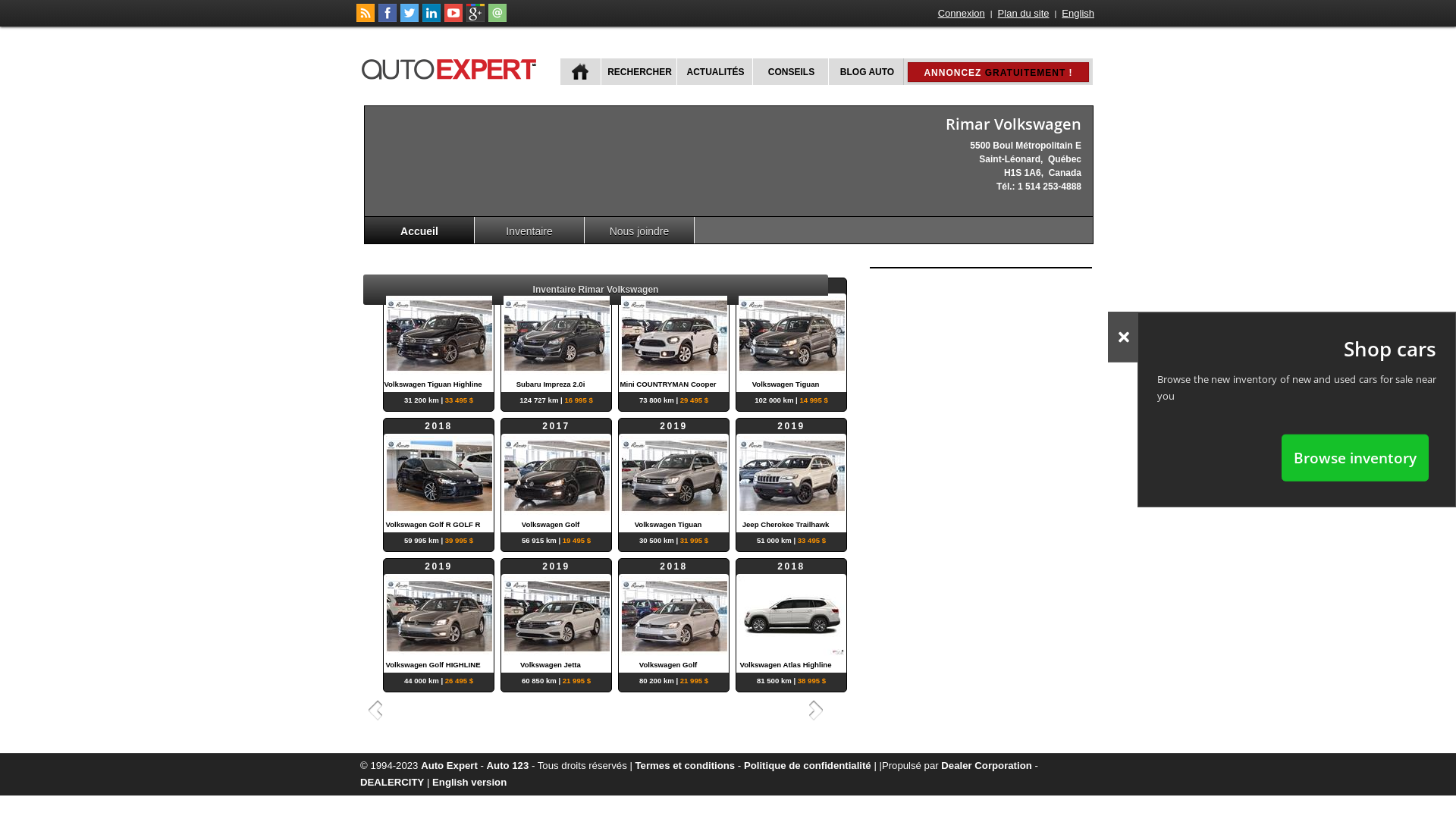  What do you see at coordinates (508, 765) in the screenshot?
I see `'Auto 123'` at bounding box center [508, 765].